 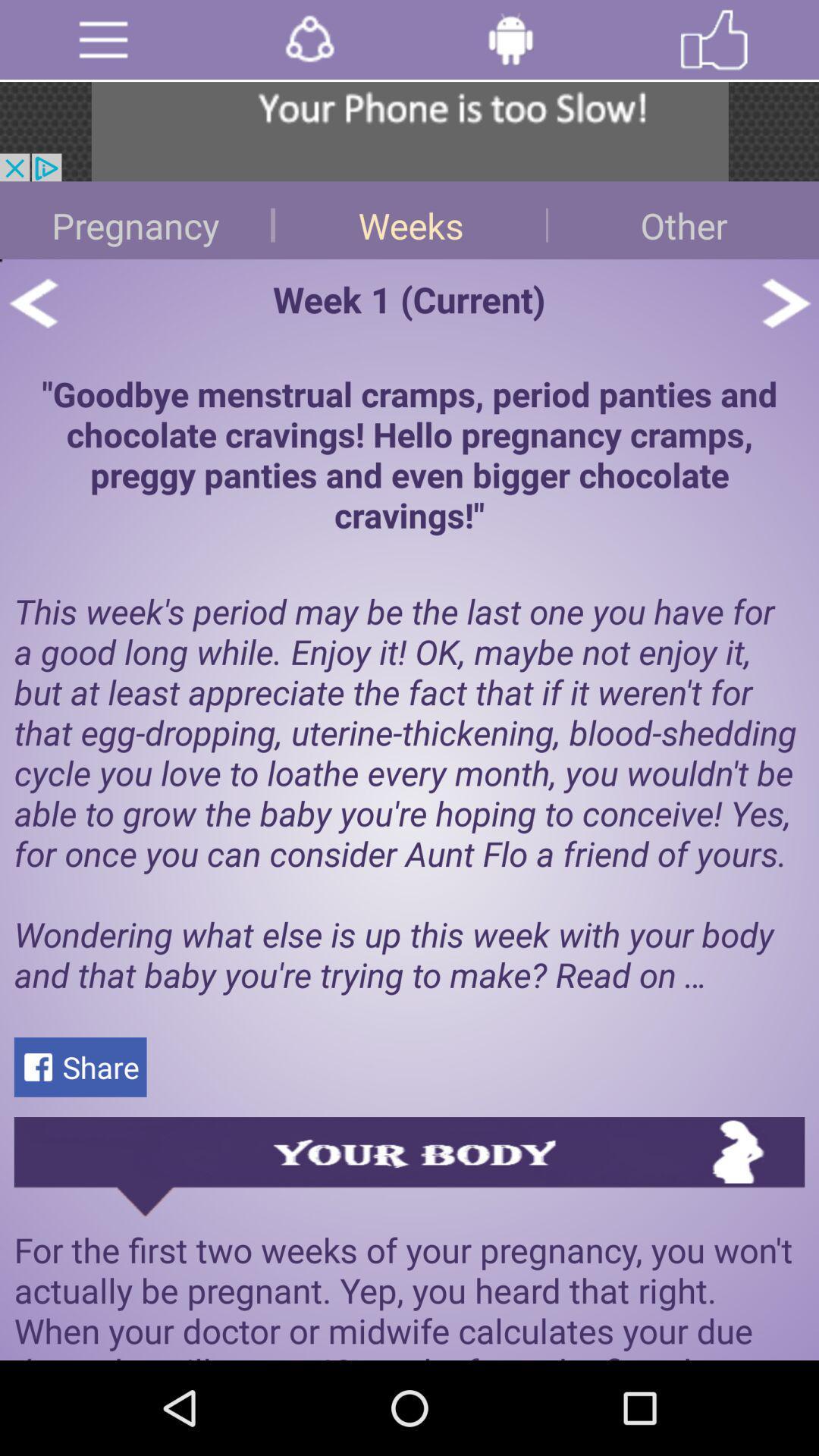 What do you see at coordinates (409, 131) in the screenshot?
I see `system advertisement` at bounding box center [409, 131].